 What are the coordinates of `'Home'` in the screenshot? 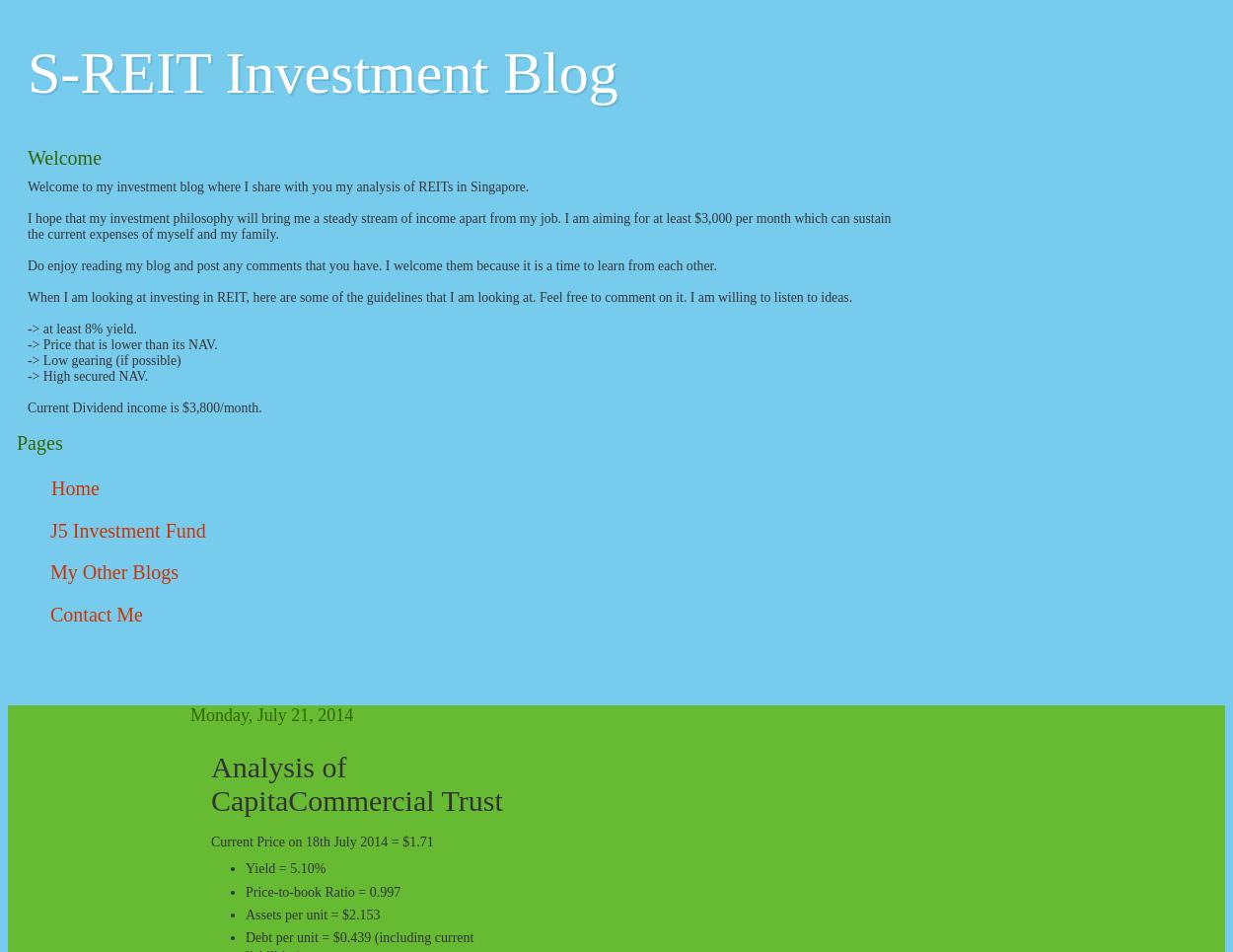 It's located at (51, 488).